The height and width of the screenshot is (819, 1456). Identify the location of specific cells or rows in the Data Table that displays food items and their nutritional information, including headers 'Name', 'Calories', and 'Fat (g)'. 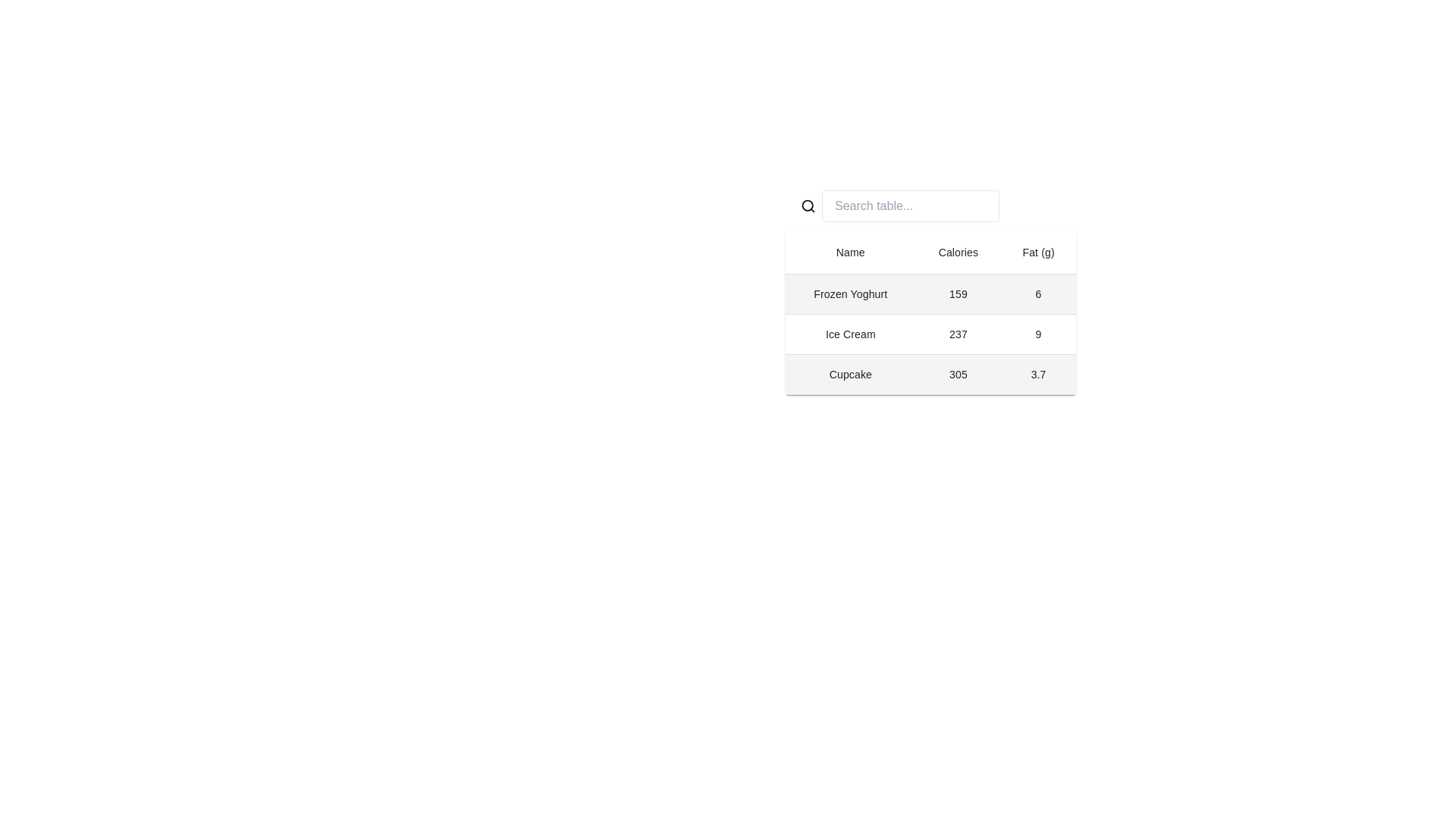
(930, 312).